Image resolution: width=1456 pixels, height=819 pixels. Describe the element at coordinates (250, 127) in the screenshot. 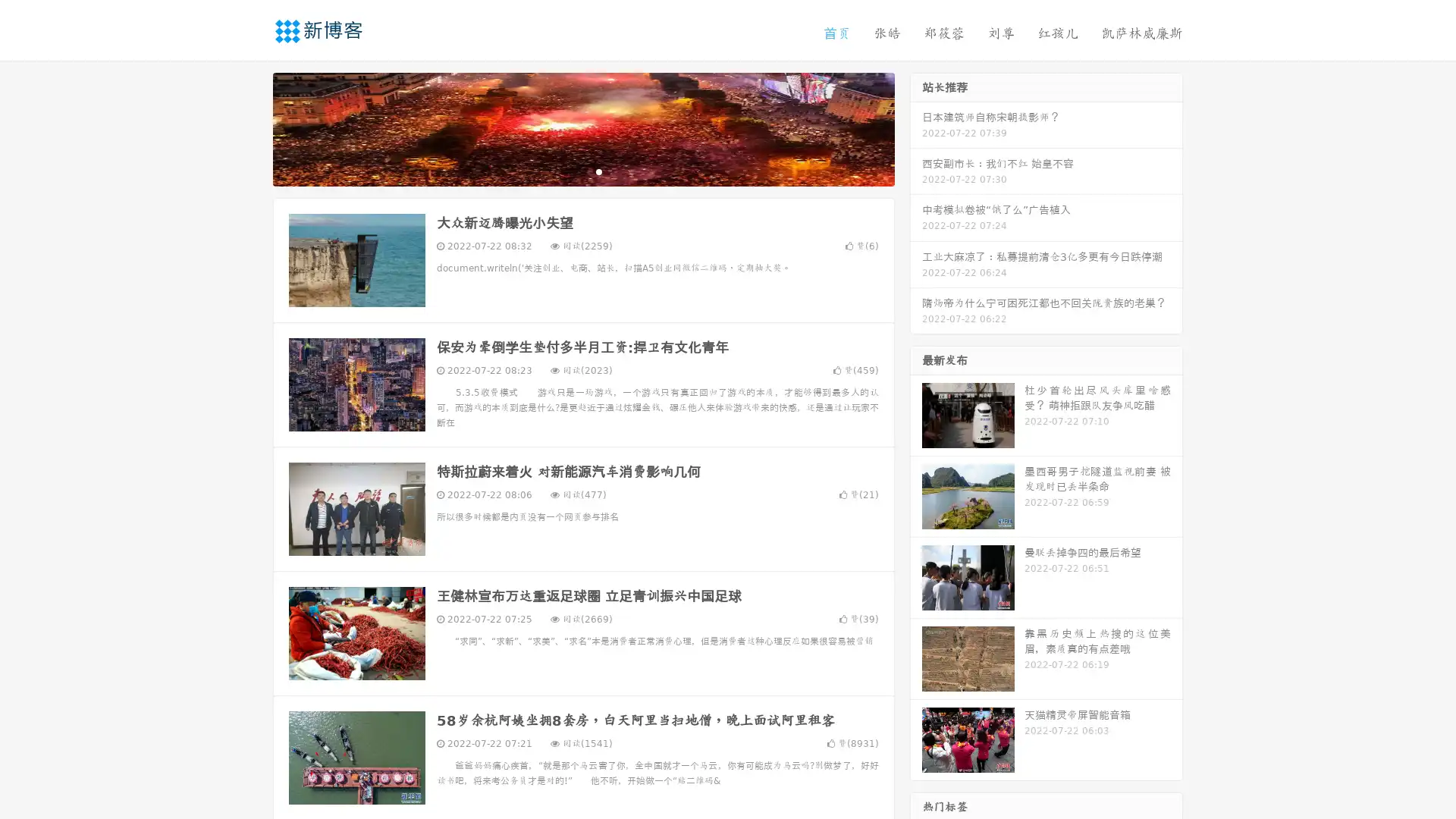

I see `Previous slide` at that location.